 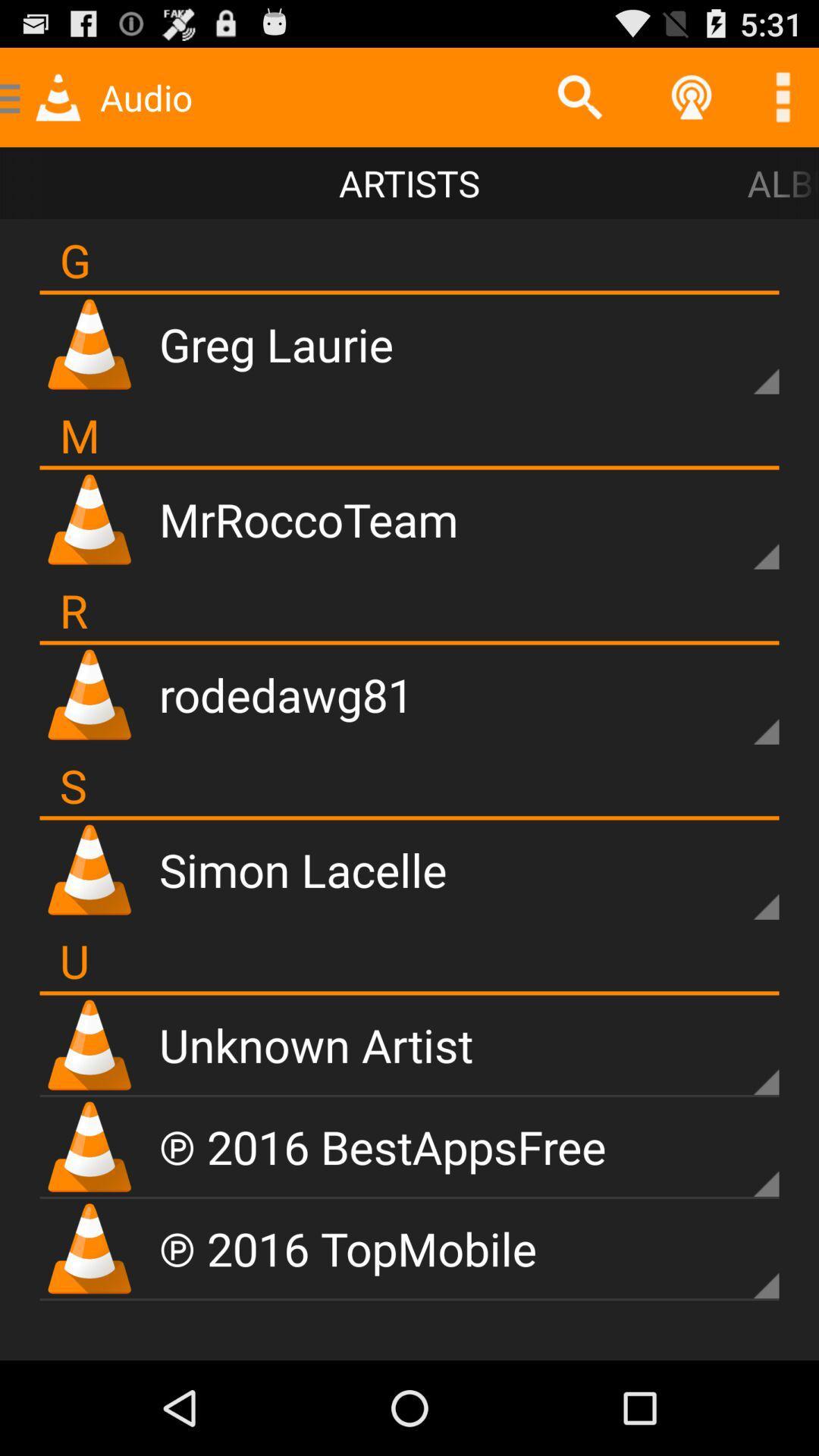 I want to click on see drop sown menu, so click(x=739, y=1260).